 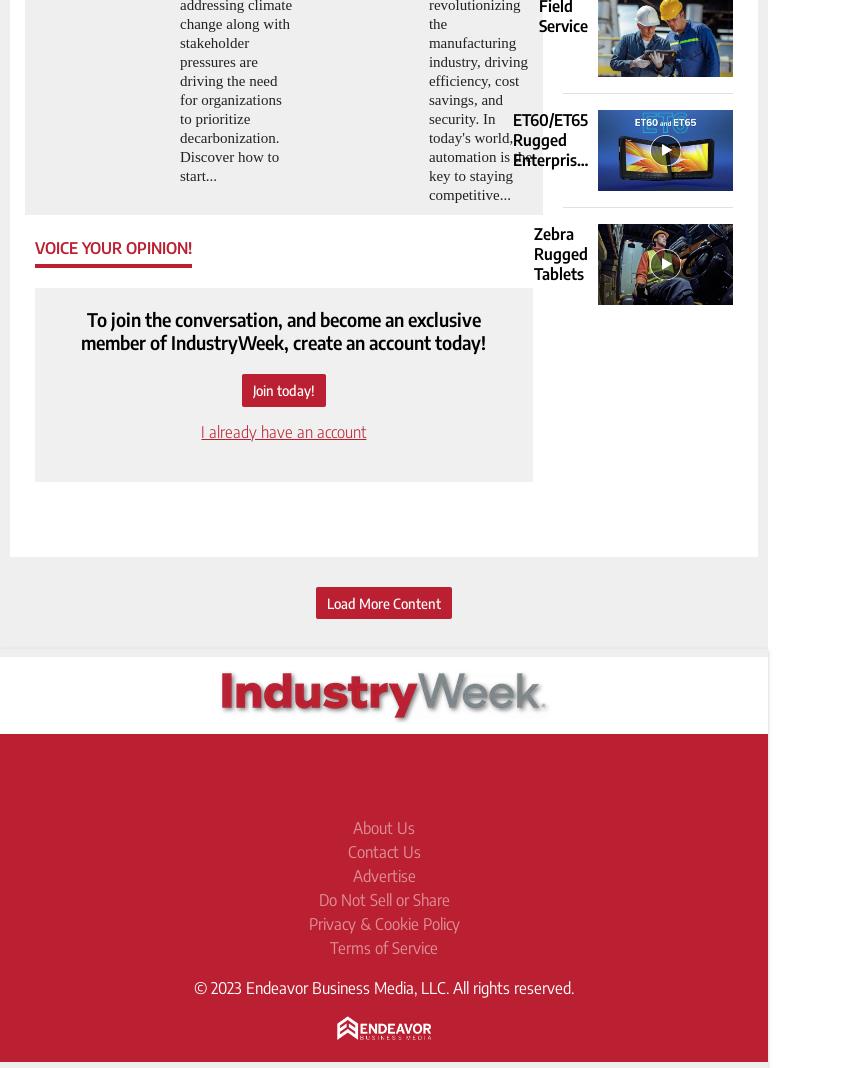 What do you see at coordinates (384, 988) in the screenshot?
I see `'© 2023 Endeavor Business Media, LLC. All rights reserved.'` at bounding box center [384, 988].